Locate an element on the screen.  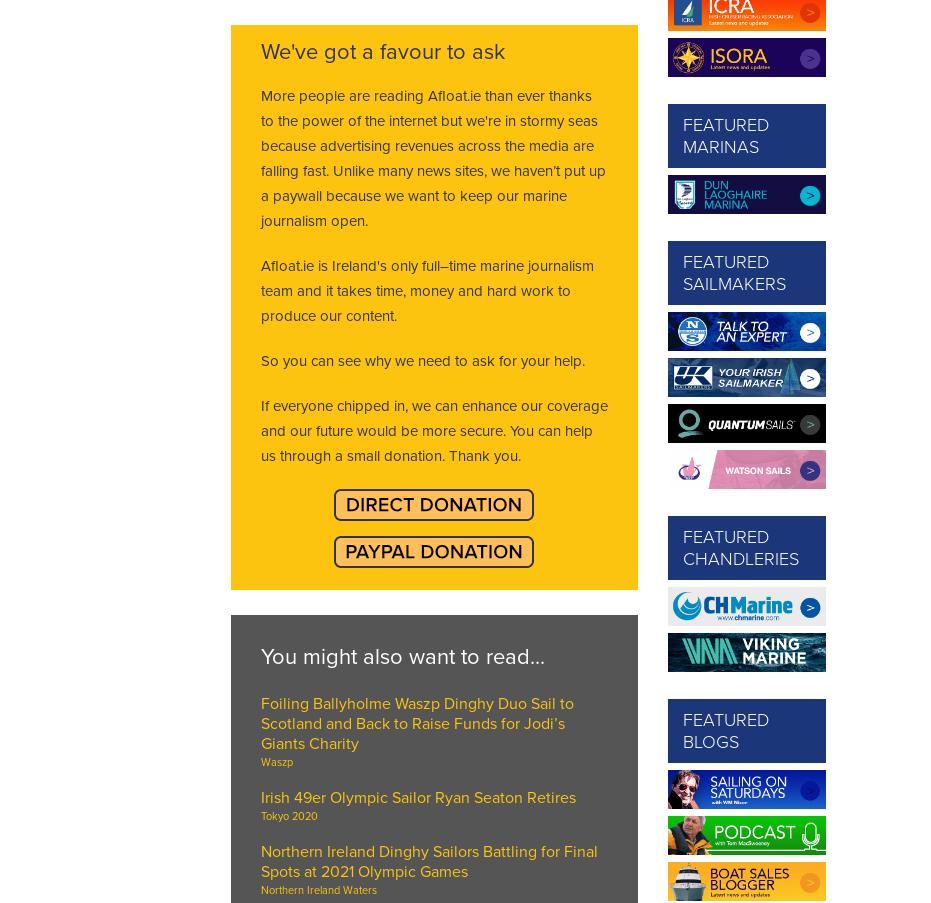
'Featured Sailmakers' is located at coordinates (734, 270).